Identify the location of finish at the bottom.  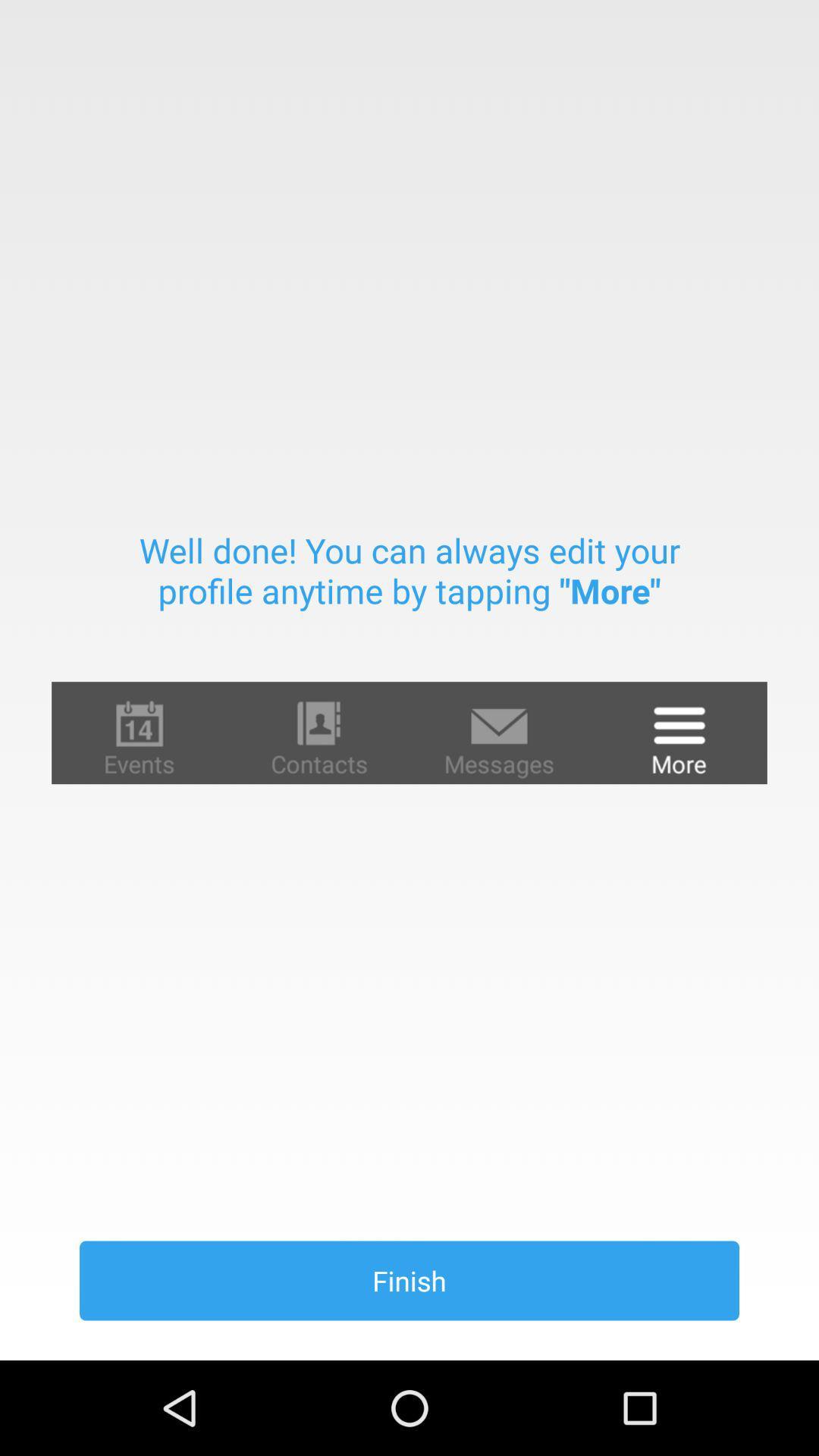
(409, 1280).